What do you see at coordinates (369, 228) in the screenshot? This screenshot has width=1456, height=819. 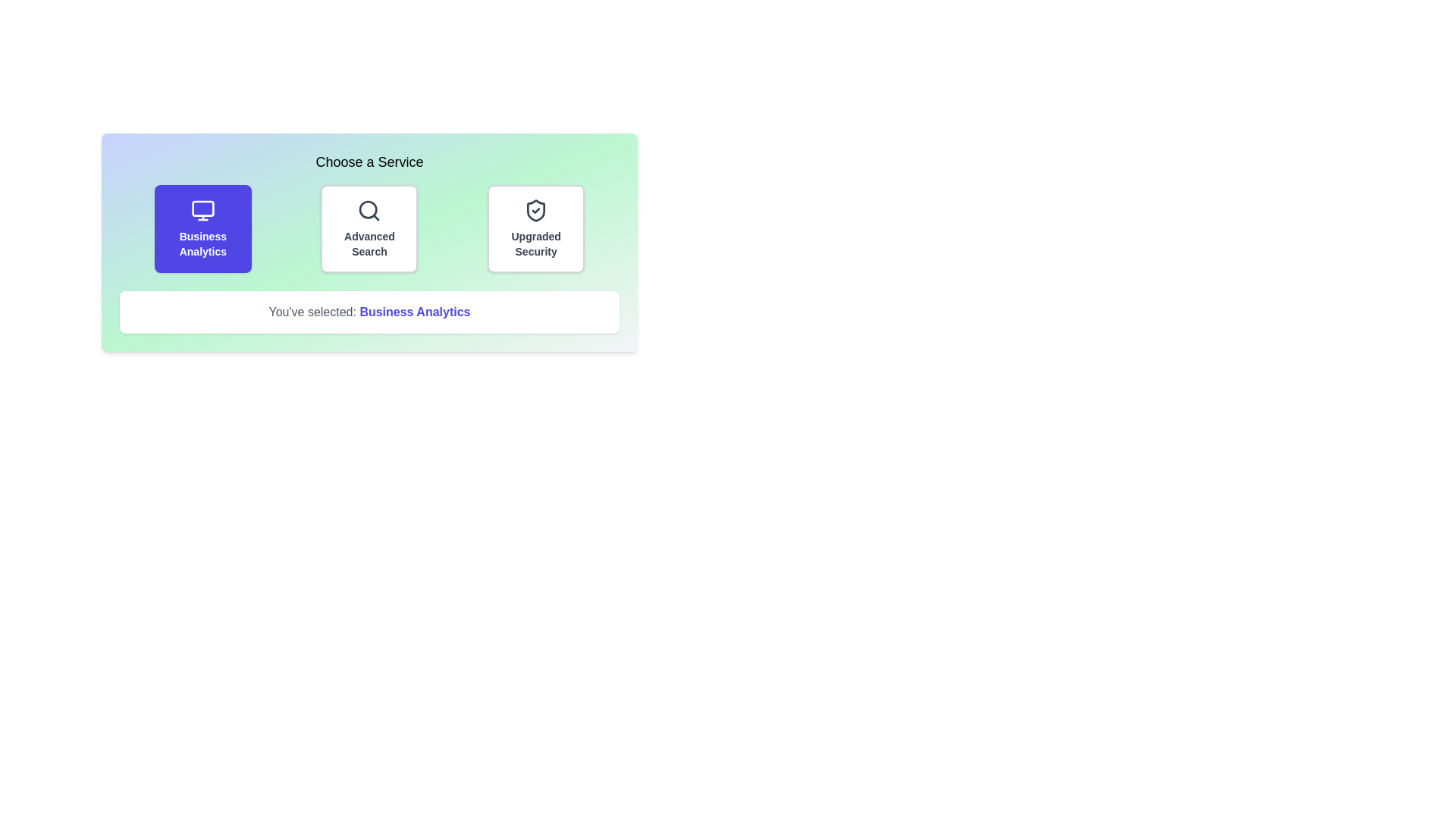 I see `the service option Advanced Search` at bounding box center [369, 228].